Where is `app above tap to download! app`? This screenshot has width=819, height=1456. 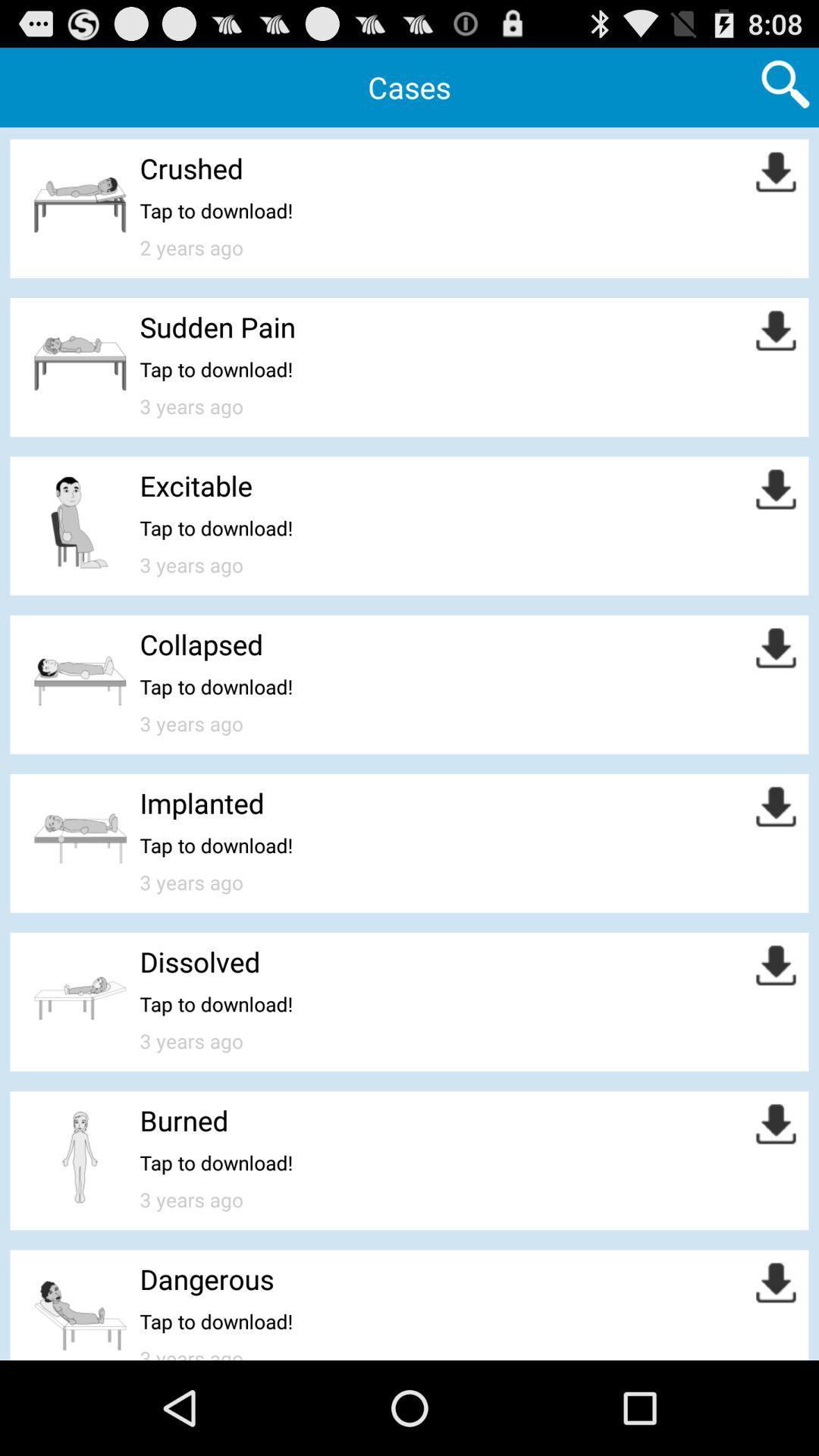 app above tap to download! app is located at coordinates (201, 802).